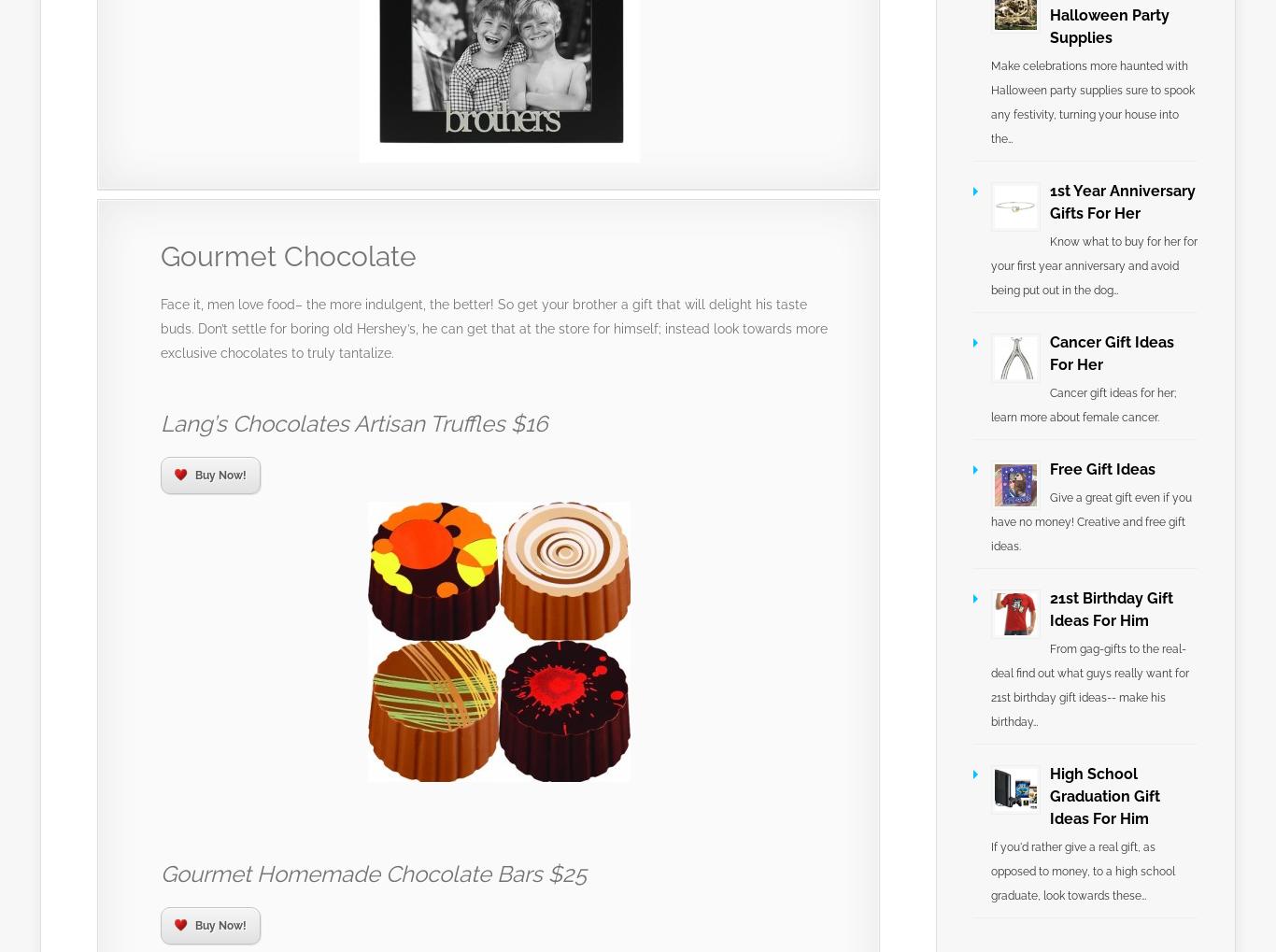 This screenshot has height=952, width=1276. What do you see at coordinates (372, 873) in the screenshot?
I see `'Gourmet Homemade Chocolate Bars $25'` at bounding box center [372, 873].